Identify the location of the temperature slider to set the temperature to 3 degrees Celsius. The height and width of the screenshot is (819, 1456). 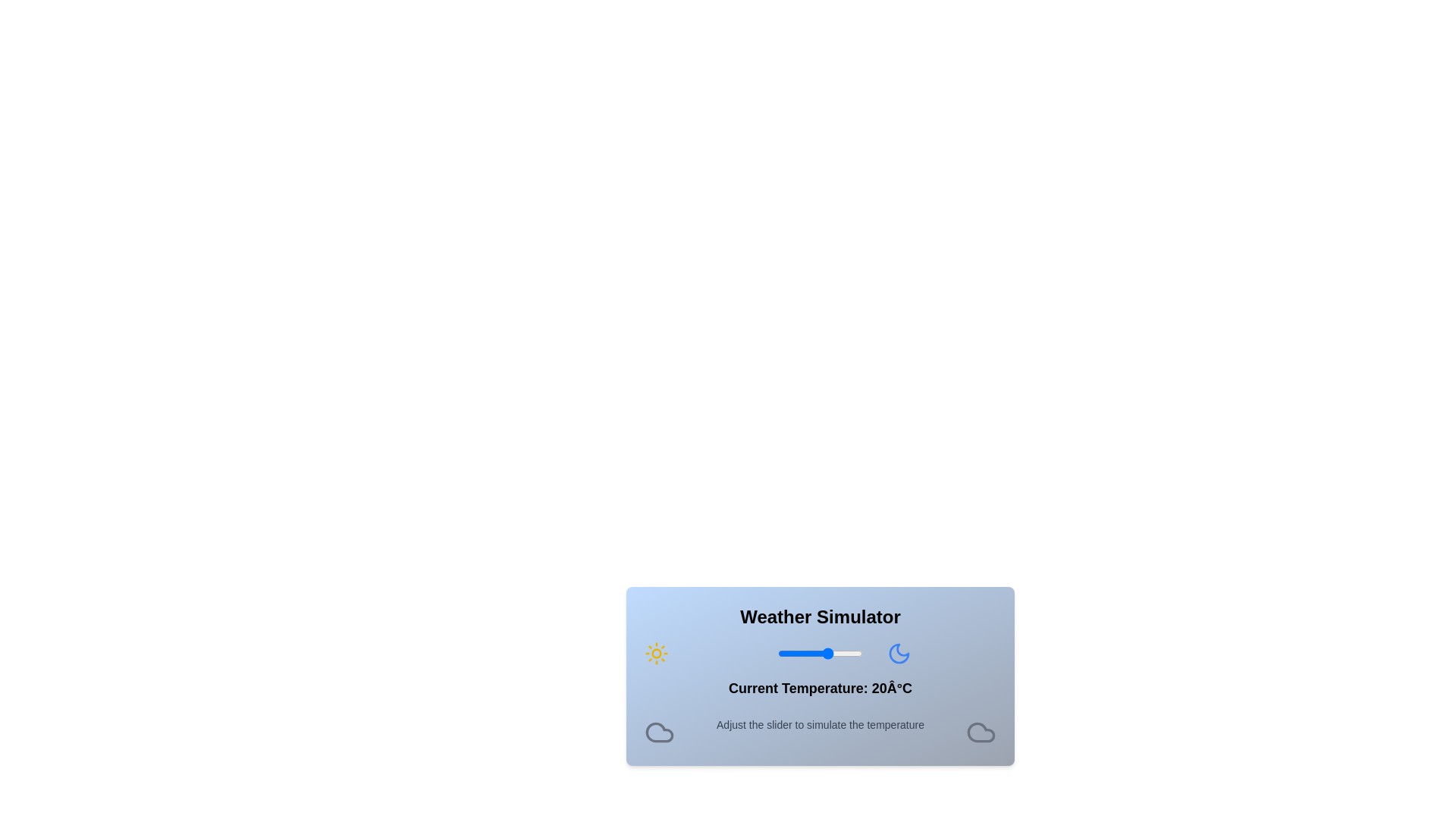
(799, 652).